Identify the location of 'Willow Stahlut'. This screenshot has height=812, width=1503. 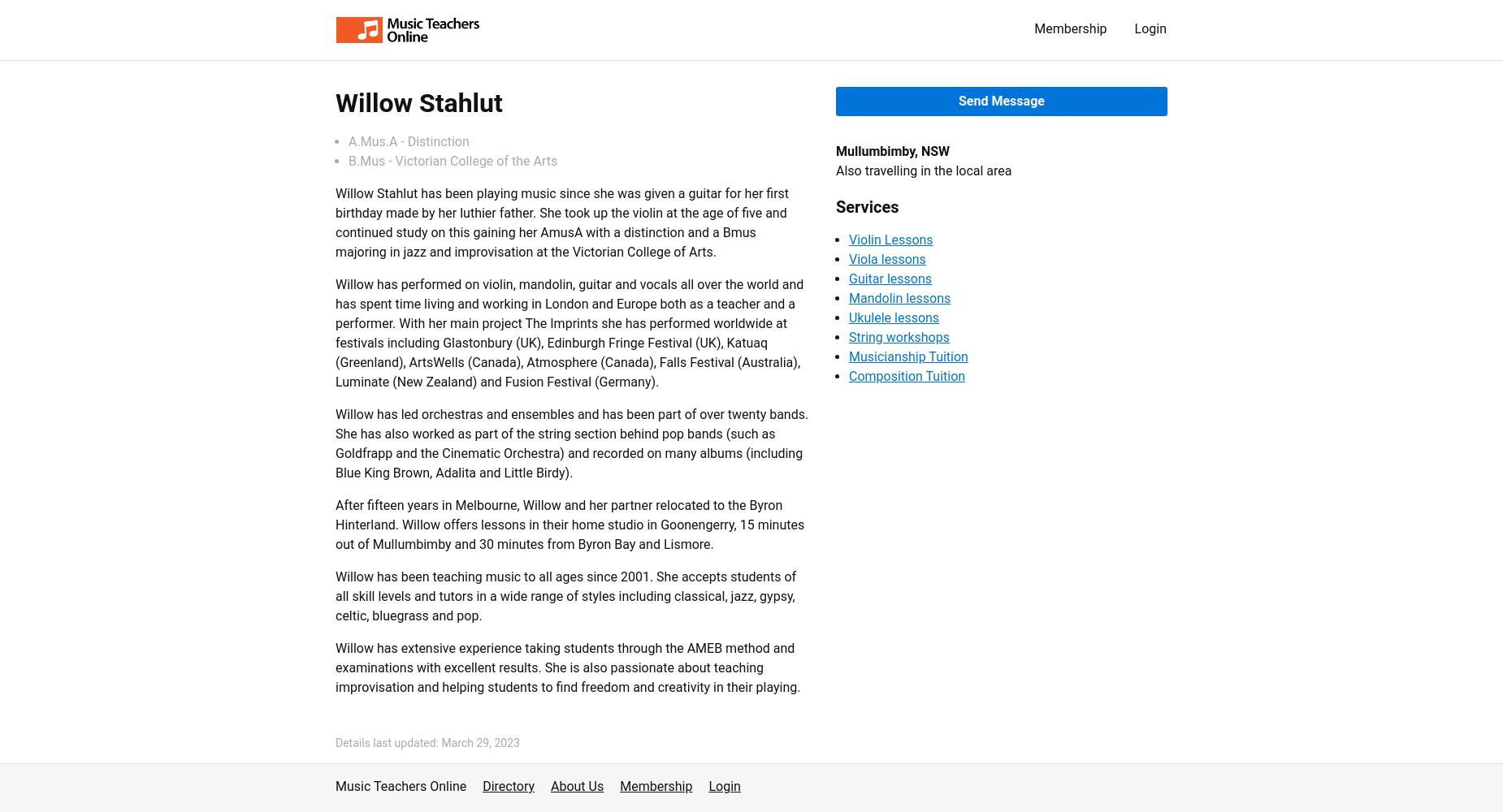
(418, 103).